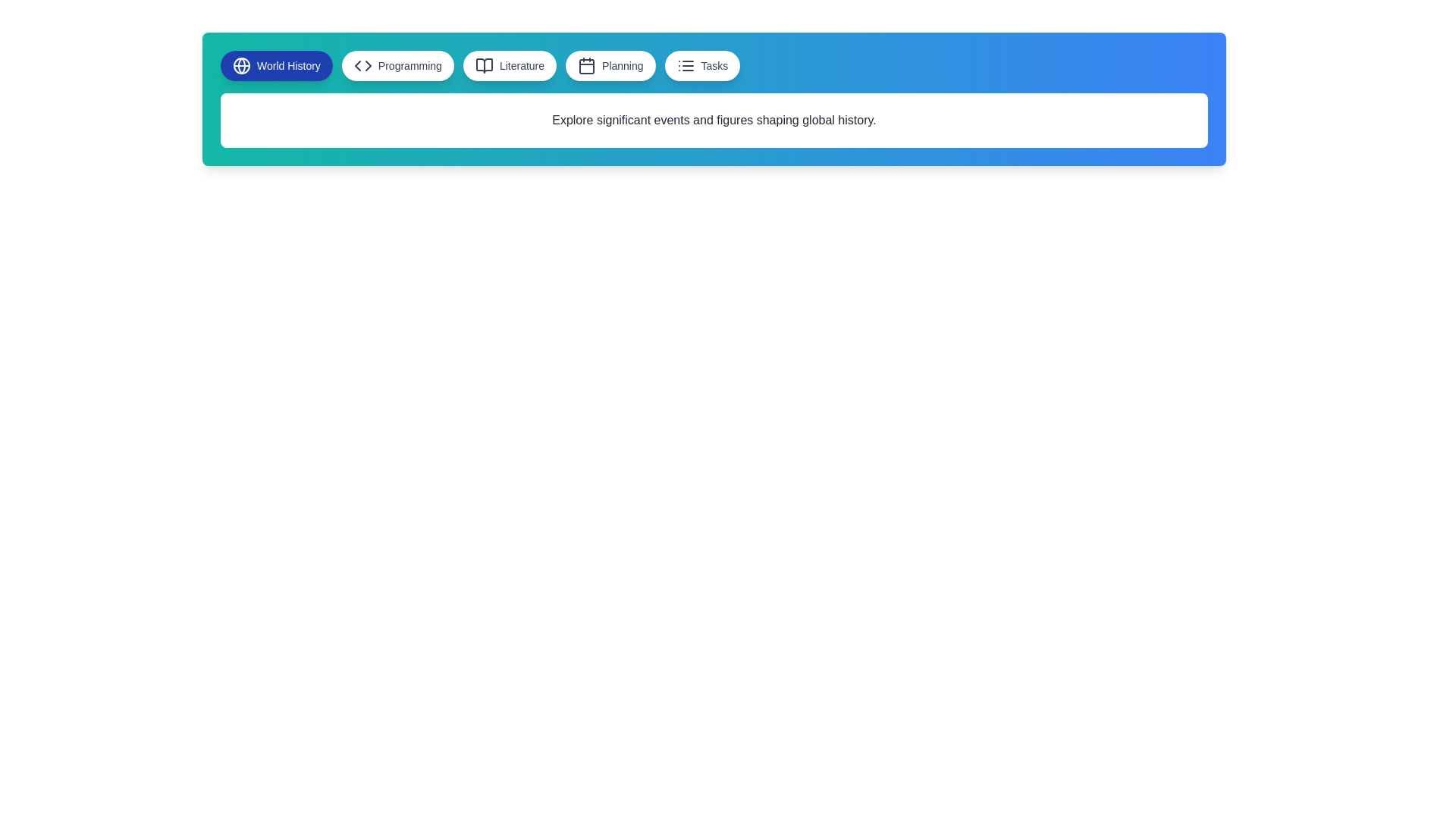 The image size is (1456, 819). Describe the element at coordinates (610, 65) in the screenshot. I see `the tab labeled Planning to view its content` at that location.